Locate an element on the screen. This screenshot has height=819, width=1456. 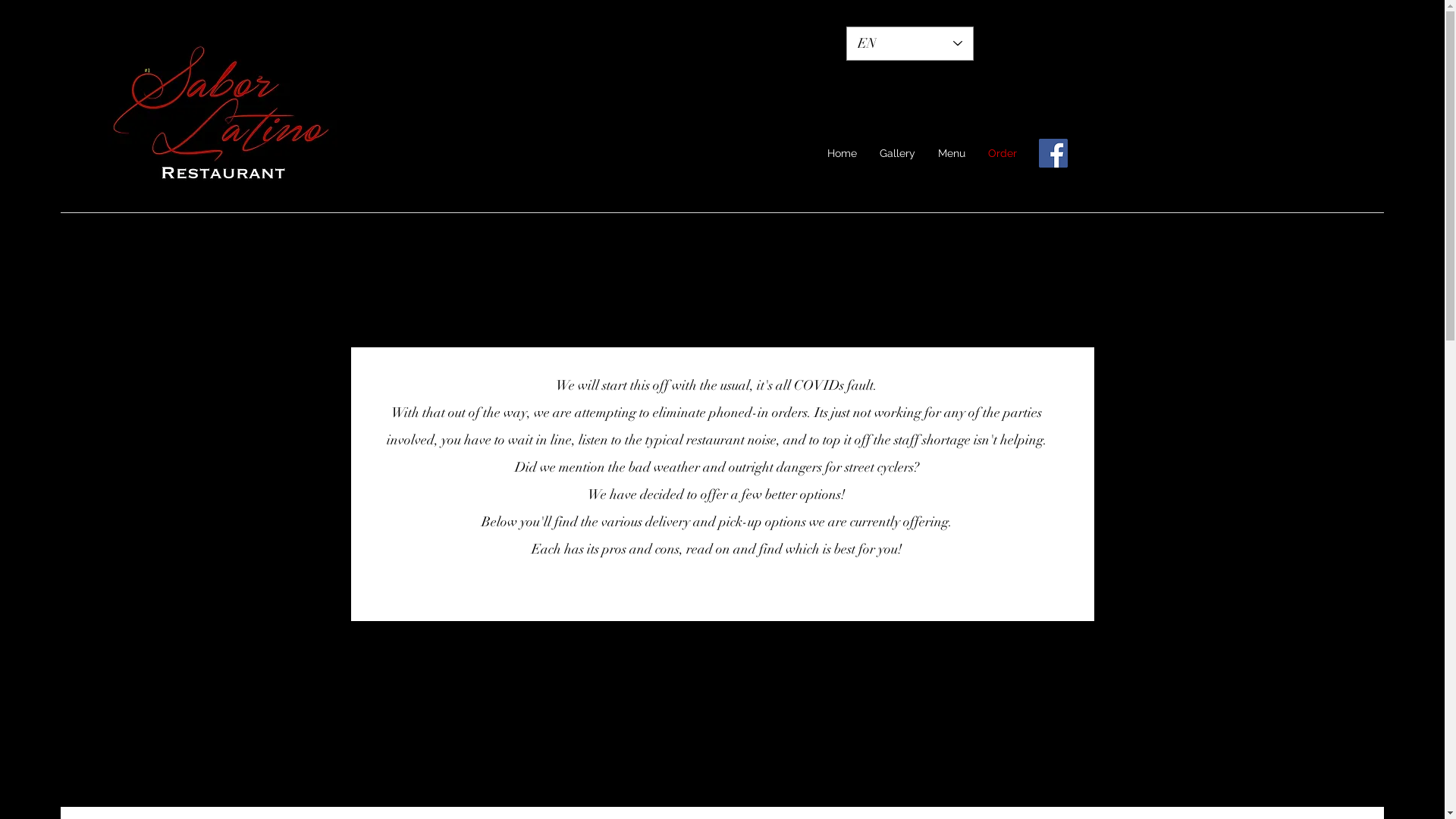
'Home' is located at coordinates (841, 153).